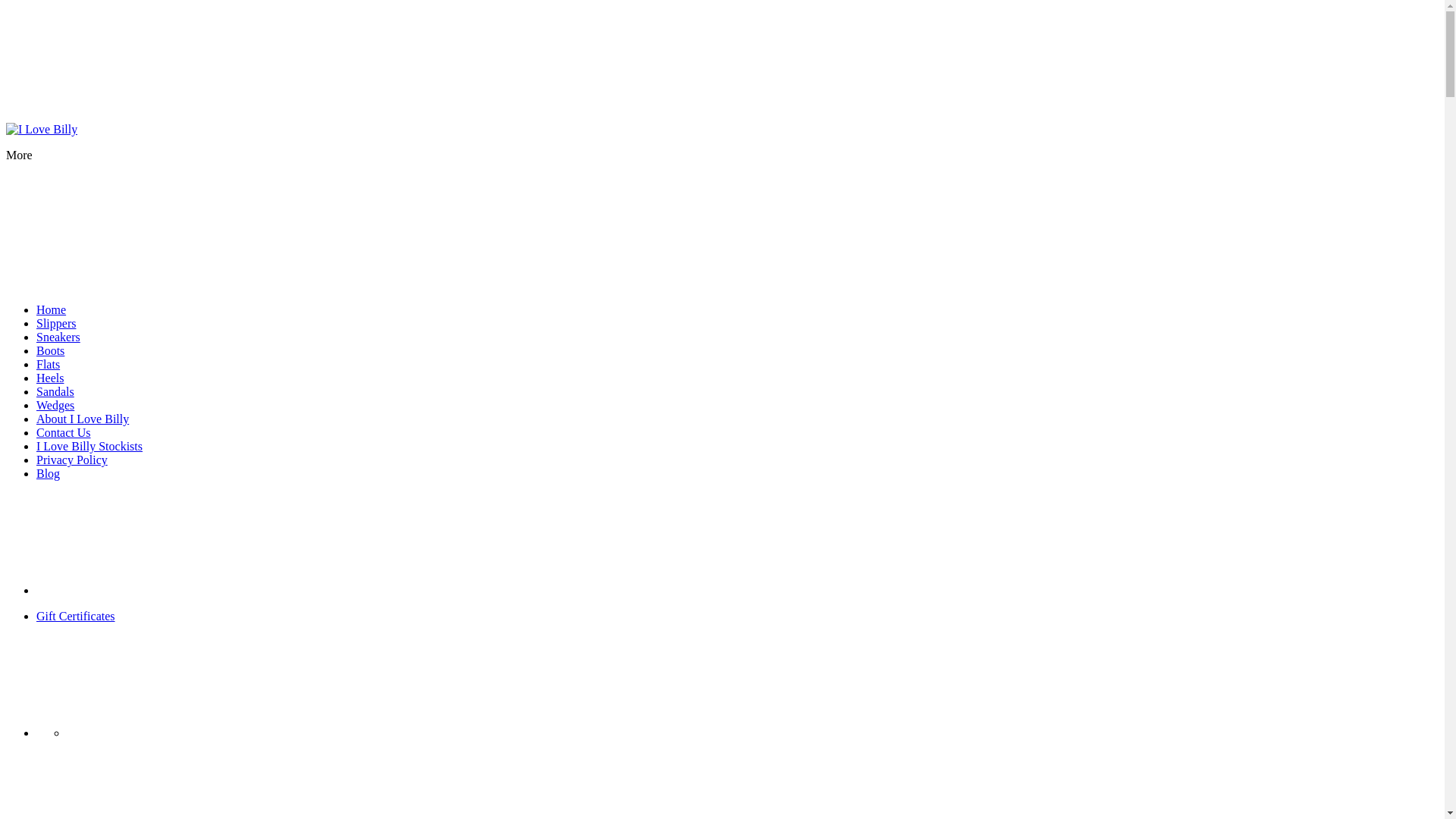 The image size is (1456, 819). What do you see at coordinates (62, 432) in the screenshot?
I see `'Contact Us'` at bounding box center [62, 432].